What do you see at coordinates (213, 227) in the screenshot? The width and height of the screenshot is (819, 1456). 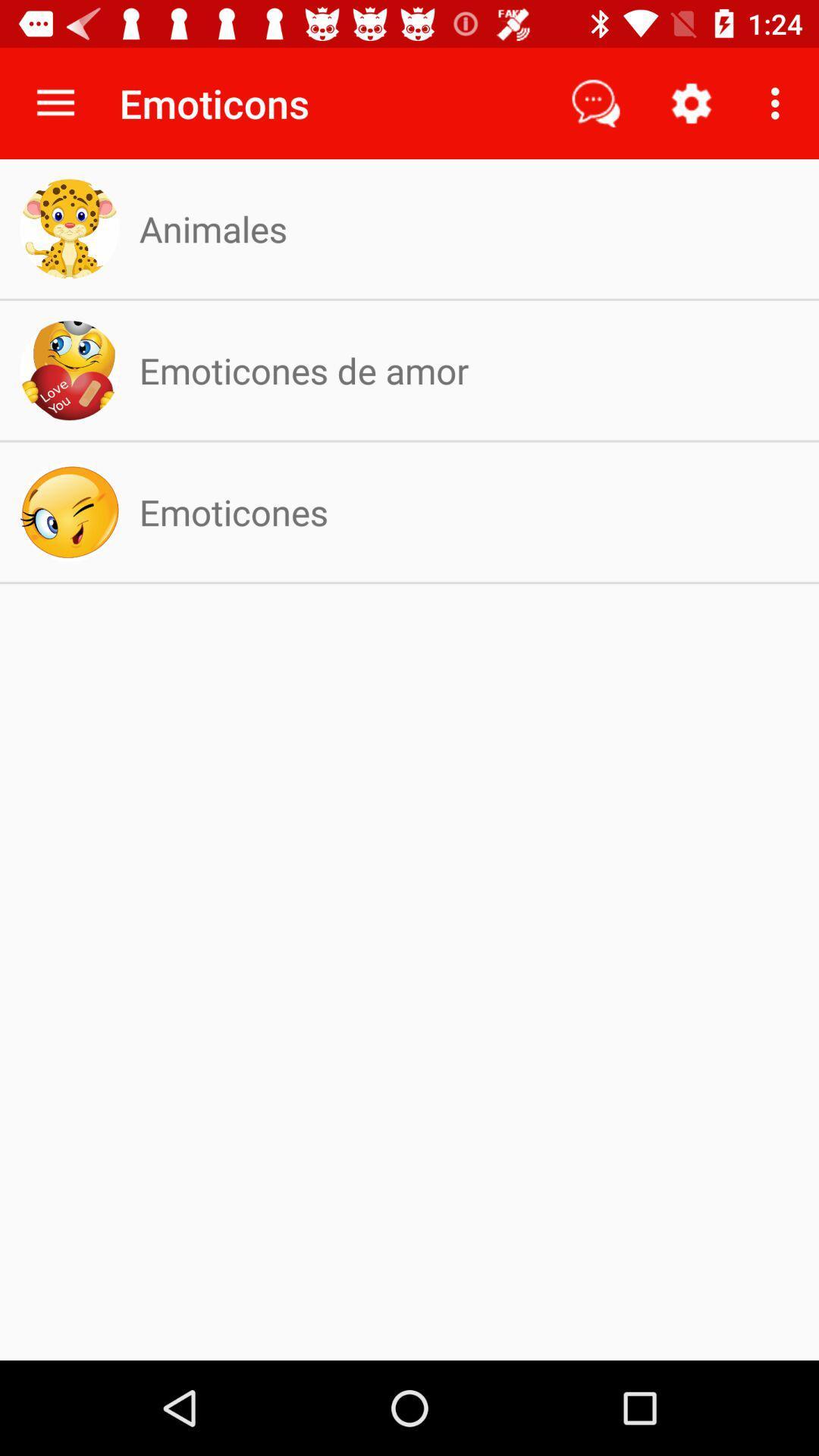 I see `the item above emoticones de amor icon` at bounding box center [213, 227].